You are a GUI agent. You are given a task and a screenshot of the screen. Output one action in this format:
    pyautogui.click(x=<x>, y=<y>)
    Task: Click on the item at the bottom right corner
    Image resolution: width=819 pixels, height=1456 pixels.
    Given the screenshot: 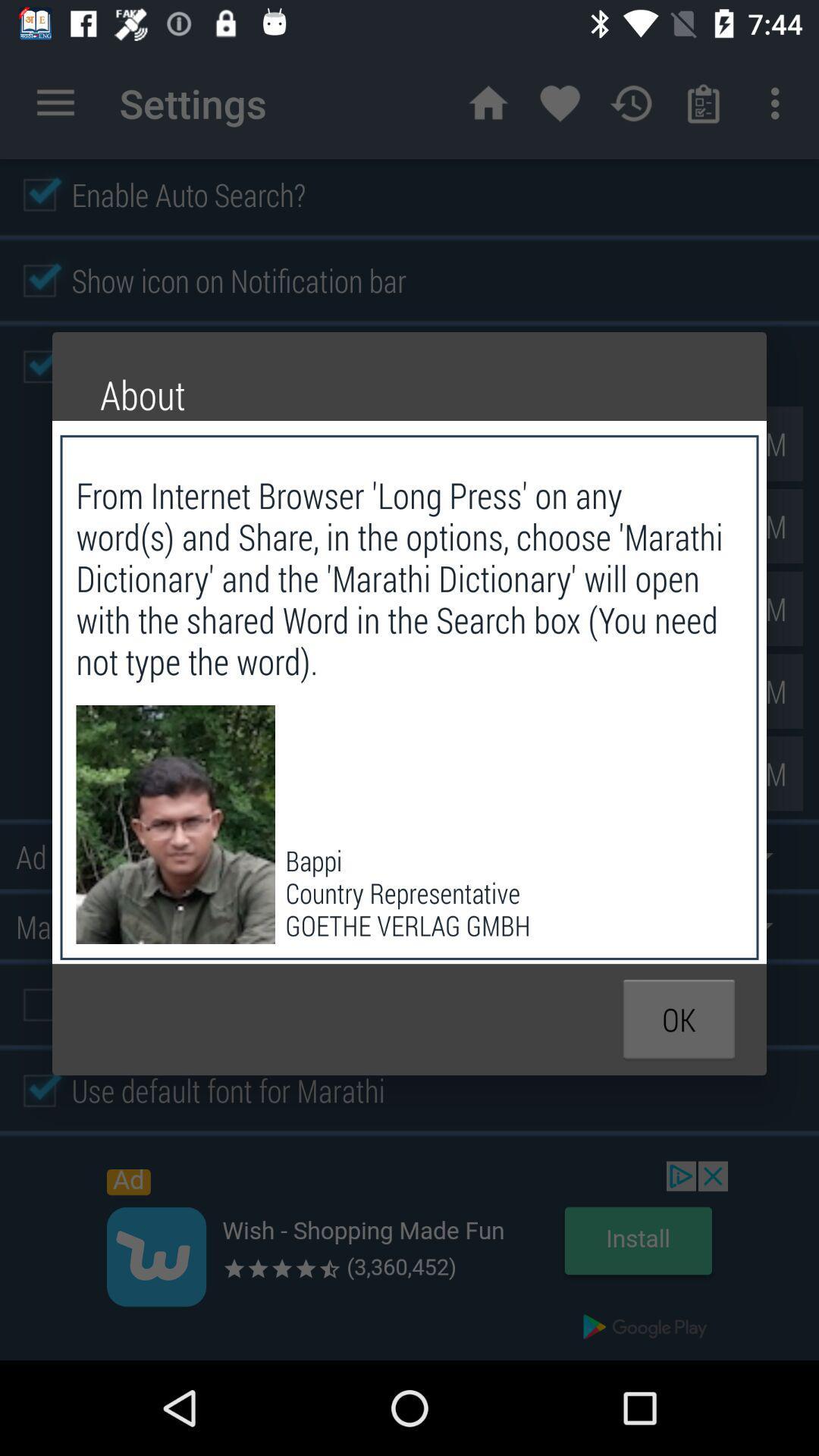 What is the action you would take?
    pyautogui.click(x=678, y=1019)
    